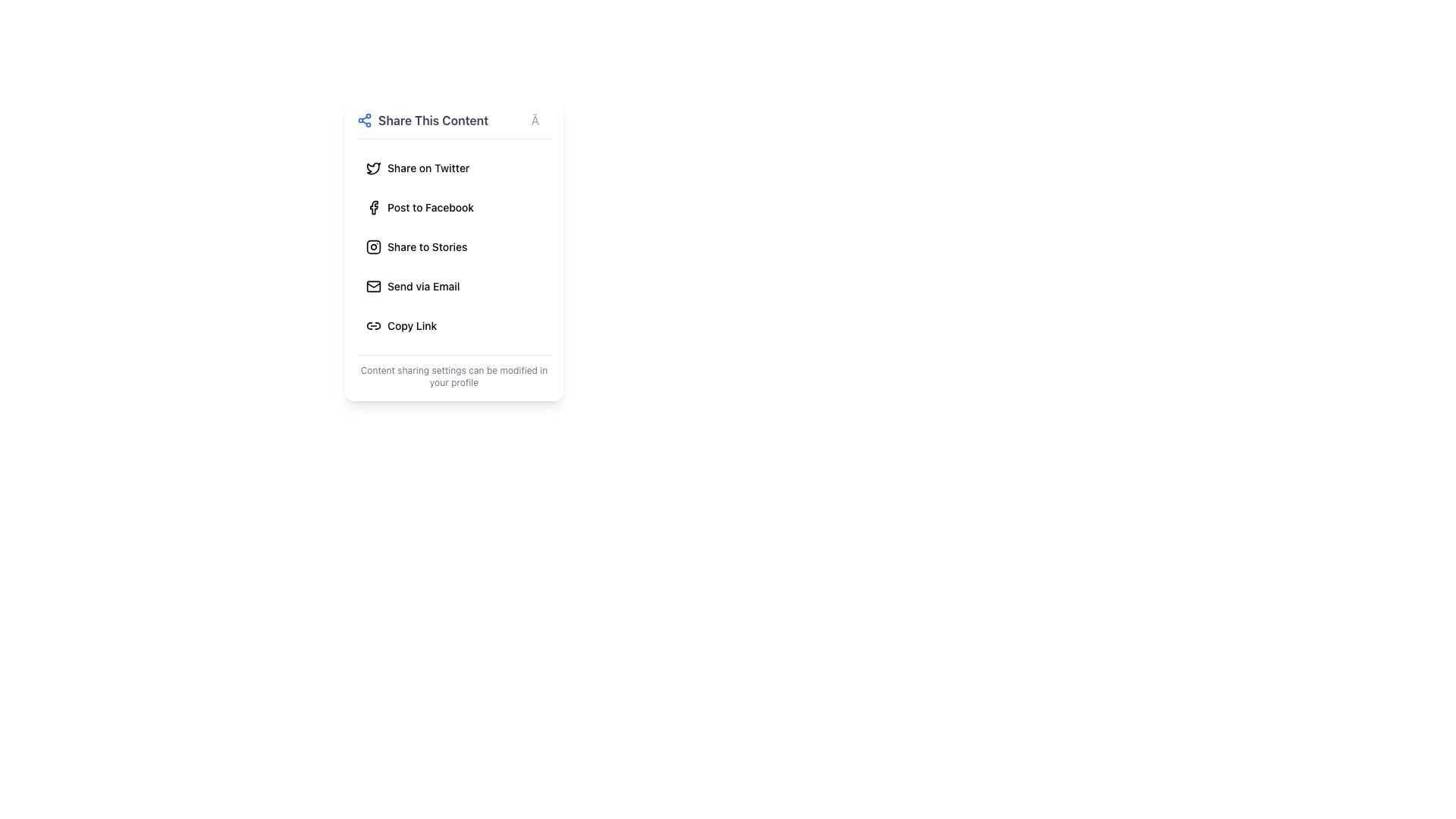 The image size is (1456, 819). What do you see at coordinates (426, 246) in the screenshot?
I see `the 'Share to Stories' text label, which is the third option in the sharing menu, located between 'Post to Facebook' and 'Send via Email'` at bounding box center [426, 246].